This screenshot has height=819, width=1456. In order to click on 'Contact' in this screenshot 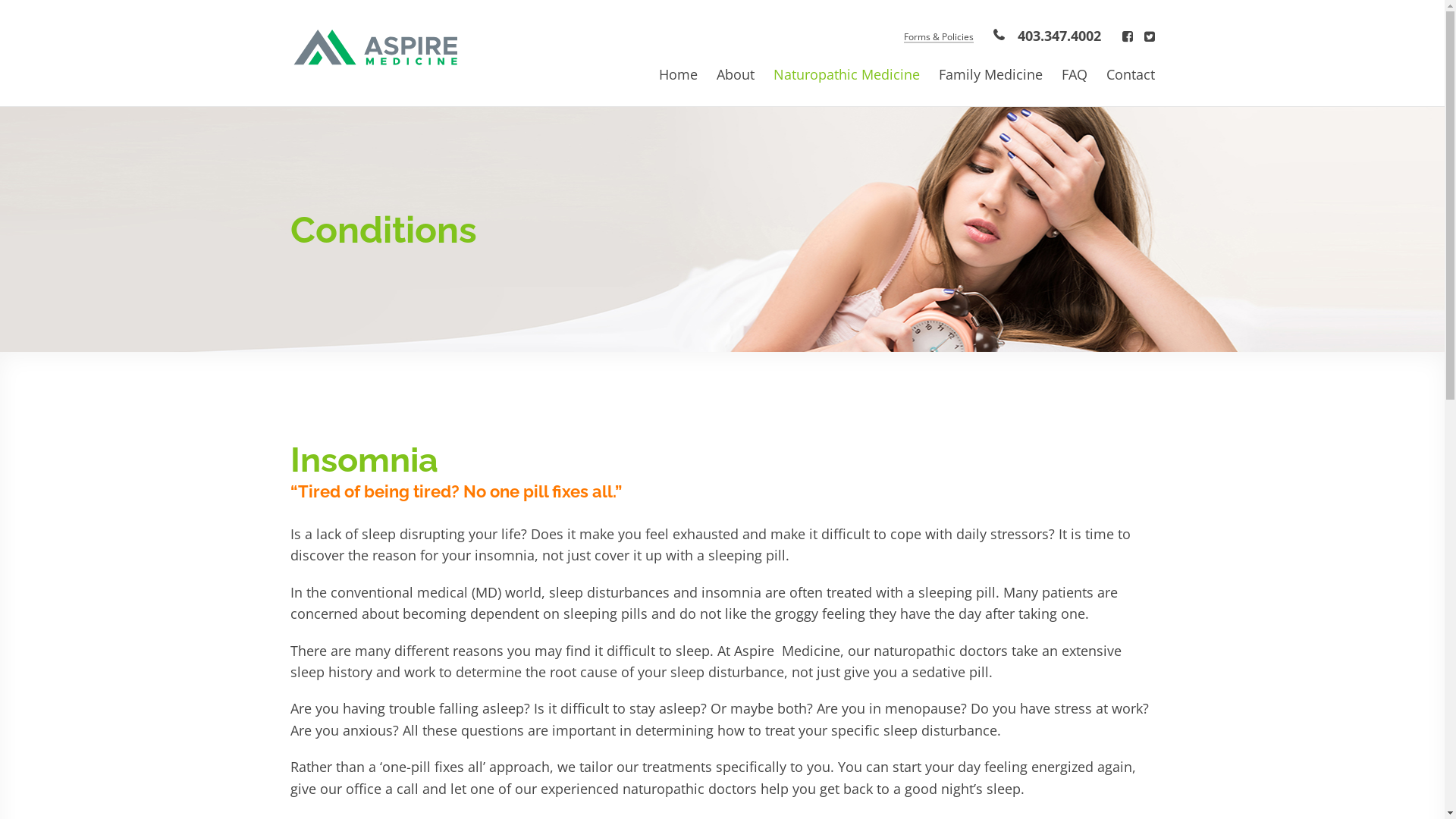, I will do `click(1129, 74)`.